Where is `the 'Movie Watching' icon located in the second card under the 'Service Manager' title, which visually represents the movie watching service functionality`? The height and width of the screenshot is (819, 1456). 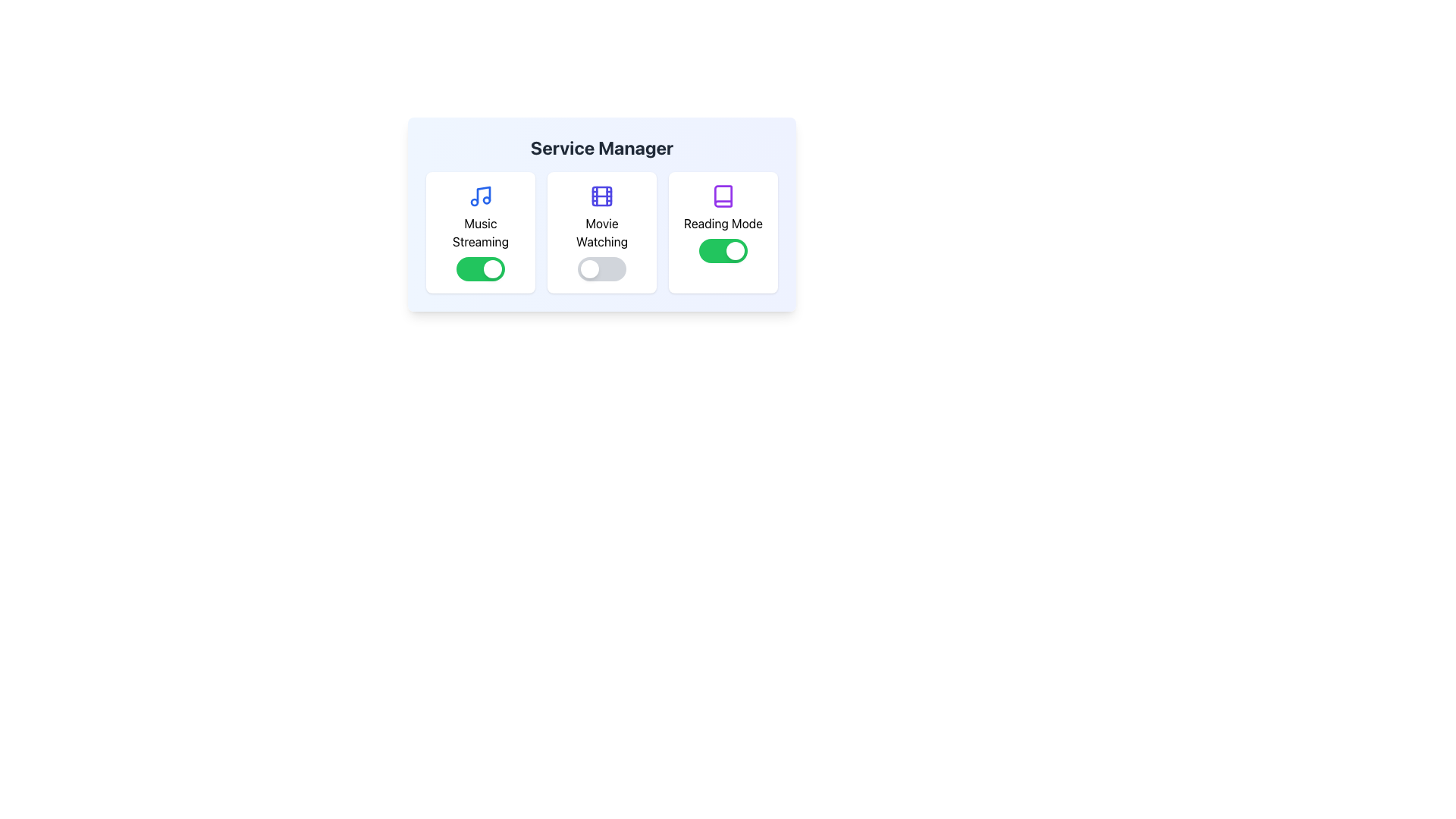 the 'Movie Watching' icon located in the second card under the 'Service Manager' title, which visually represents the movie watching service functionality is located at coordinates (601, 195).